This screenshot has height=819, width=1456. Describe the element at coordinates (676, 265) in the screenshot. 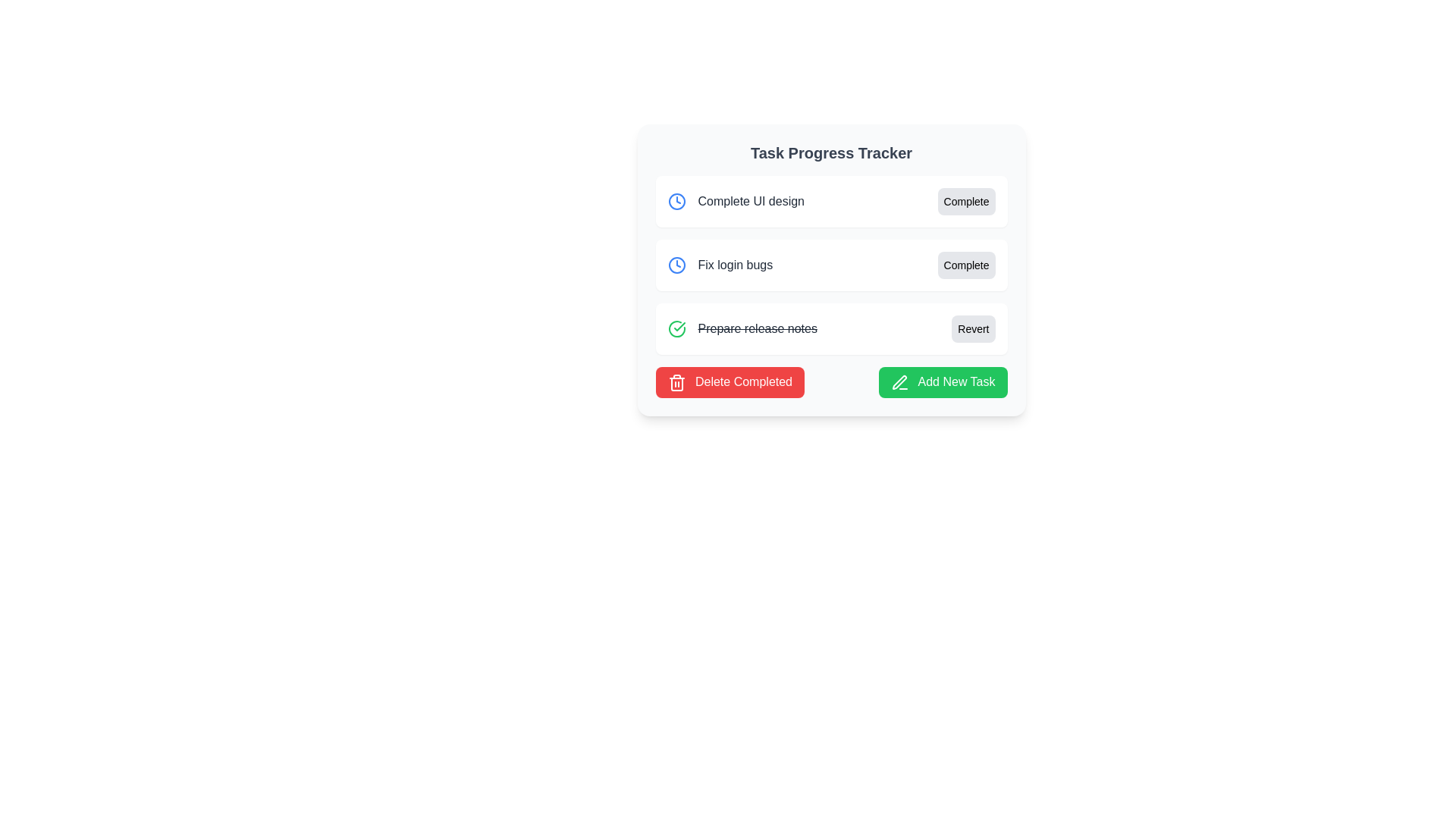

I see `the blue circular outline representing the outer boundary of the clock face in the task list beside the text 'Complete UI design'` at that location.